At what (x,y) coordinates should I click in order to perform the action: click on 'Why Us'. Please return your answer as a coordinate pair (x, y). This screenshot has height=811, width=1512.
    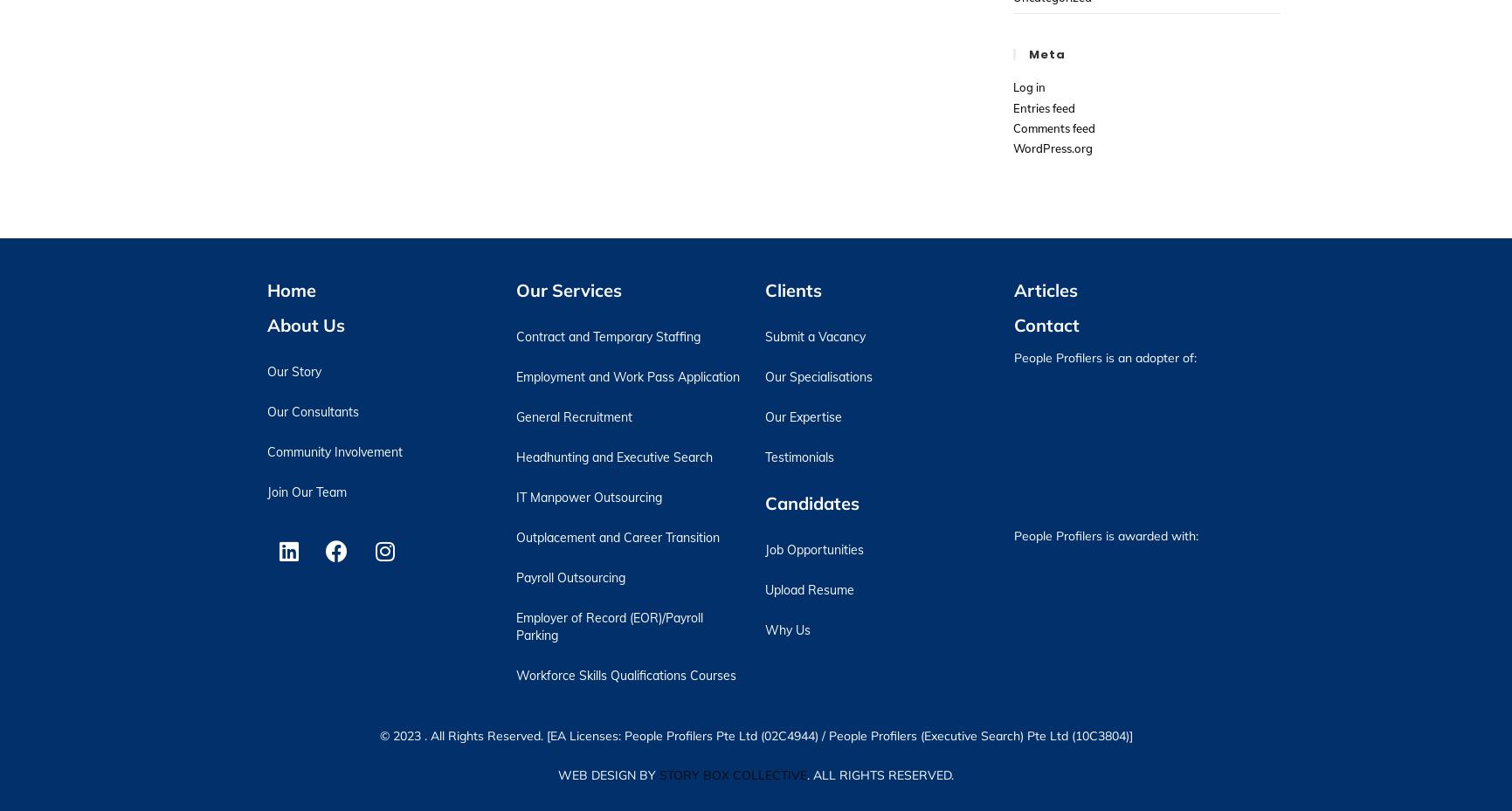
    Looking at the image, I should click on (785, 629).